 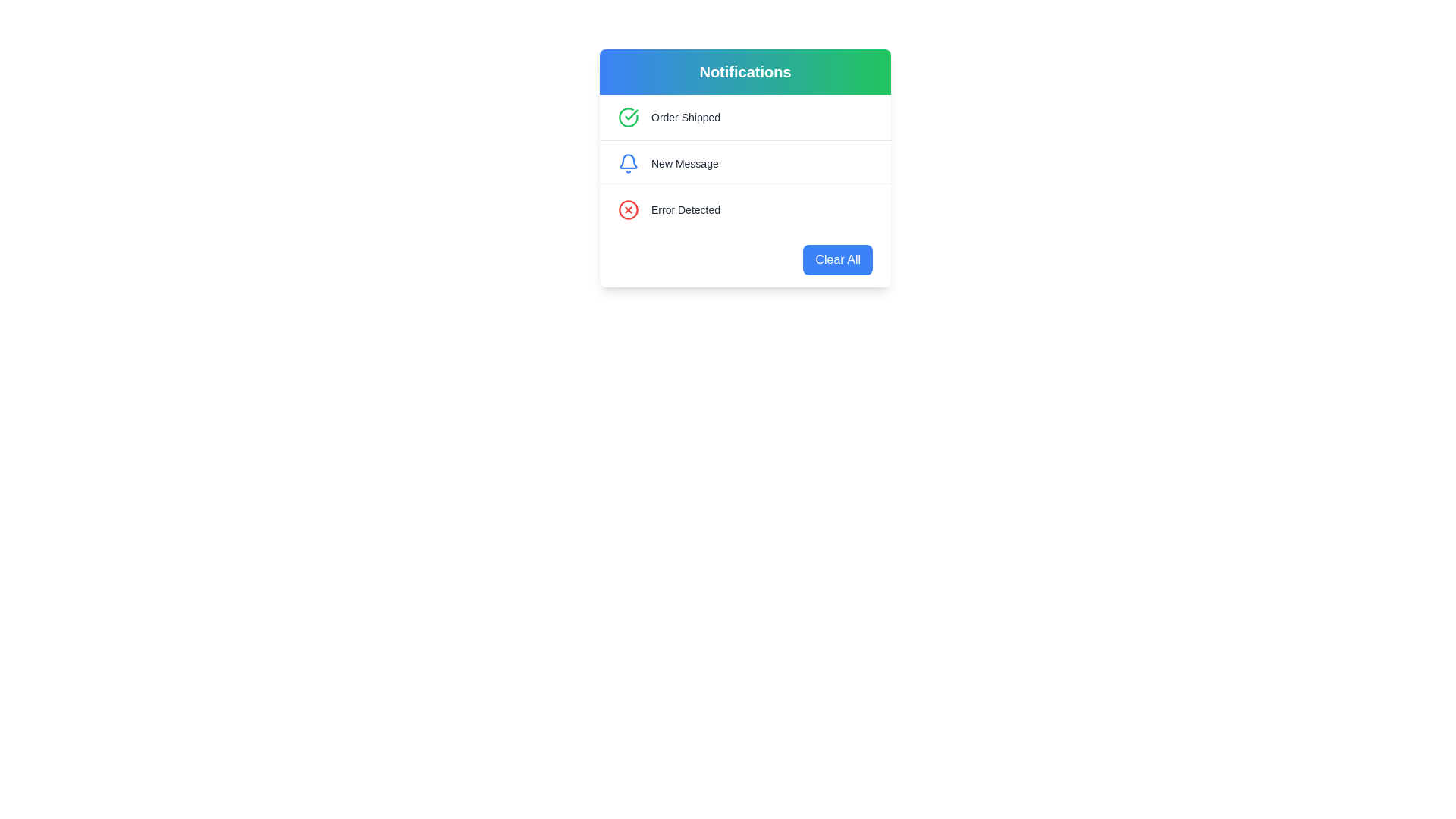 What do you see at coordinates (629, 210) in the screenshot?
I see `the circular icon in the third row of the notification box that indicates an error status, adjacent to the text 'Error Detected.'` at bounding box center [629, 210].